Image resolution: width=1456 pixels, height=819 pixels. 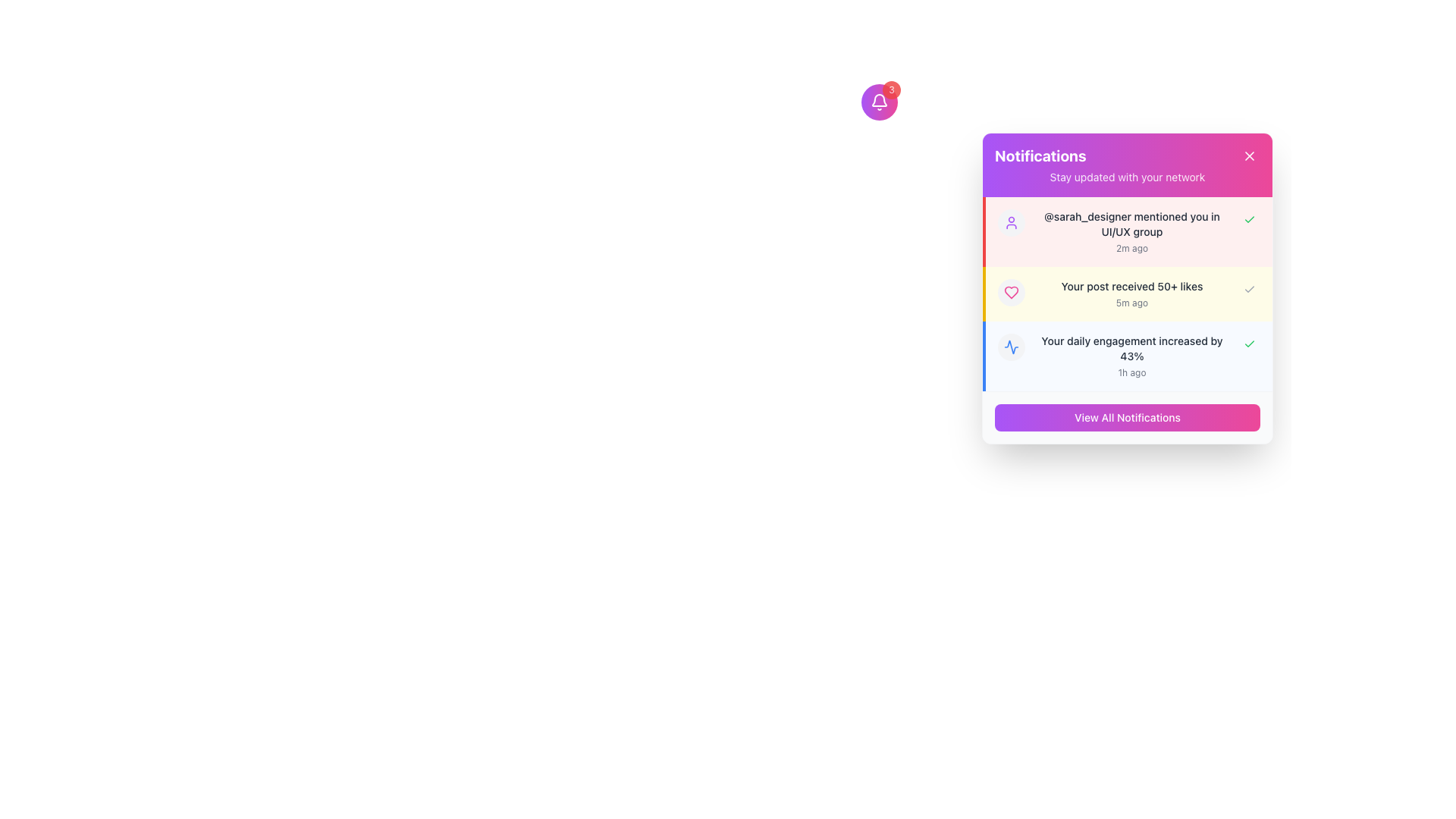 I want to click on the text label that reads 'Your post received 50+ likes,' which is styled in a medium-weight font and grayish color, located in the middle of a vertical stack of notifications, so click(x=1131, y=287).